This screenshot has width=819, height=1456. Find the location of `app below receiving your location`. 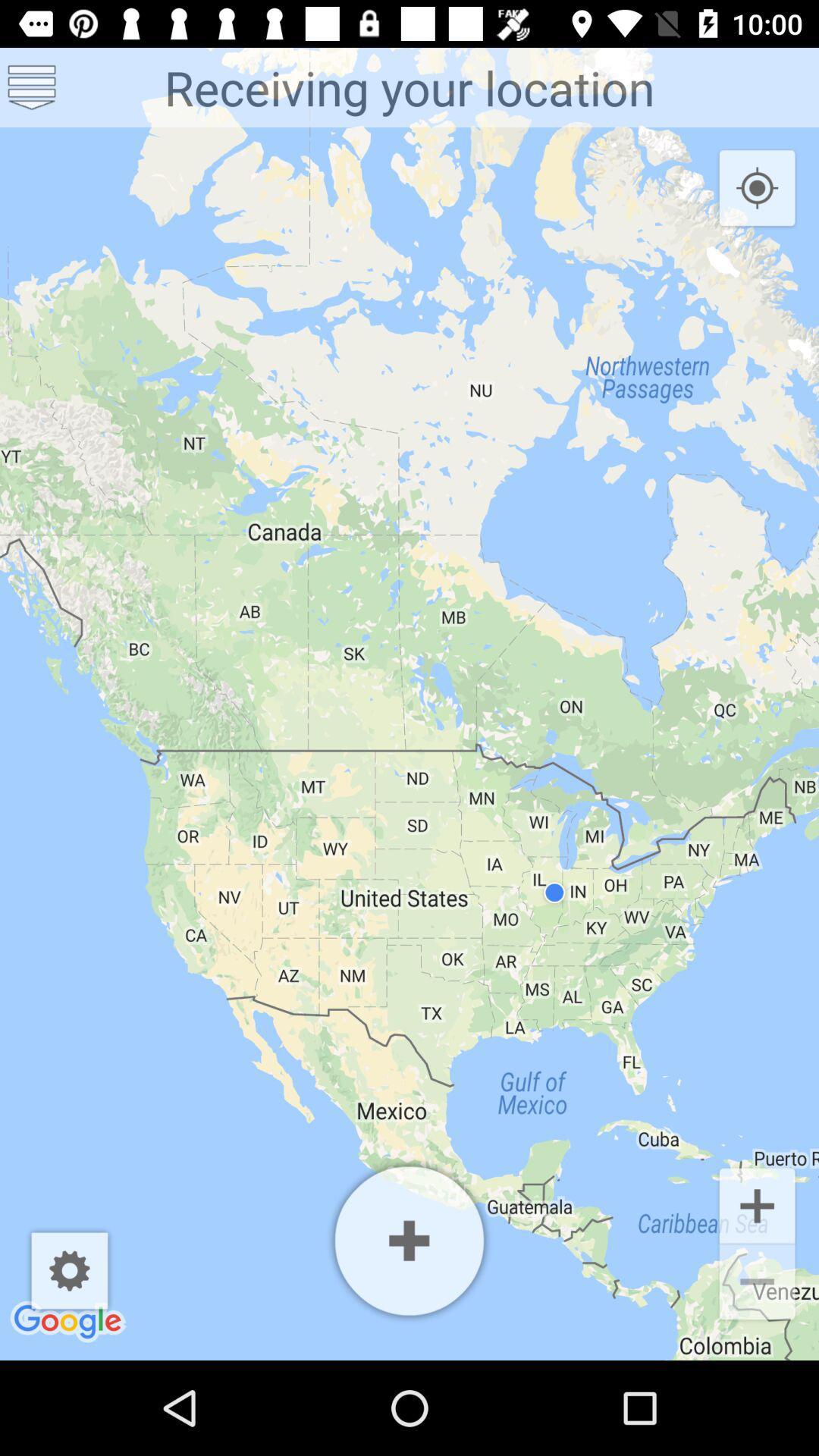

app below receiving your location is located at coordinates (757, 188).